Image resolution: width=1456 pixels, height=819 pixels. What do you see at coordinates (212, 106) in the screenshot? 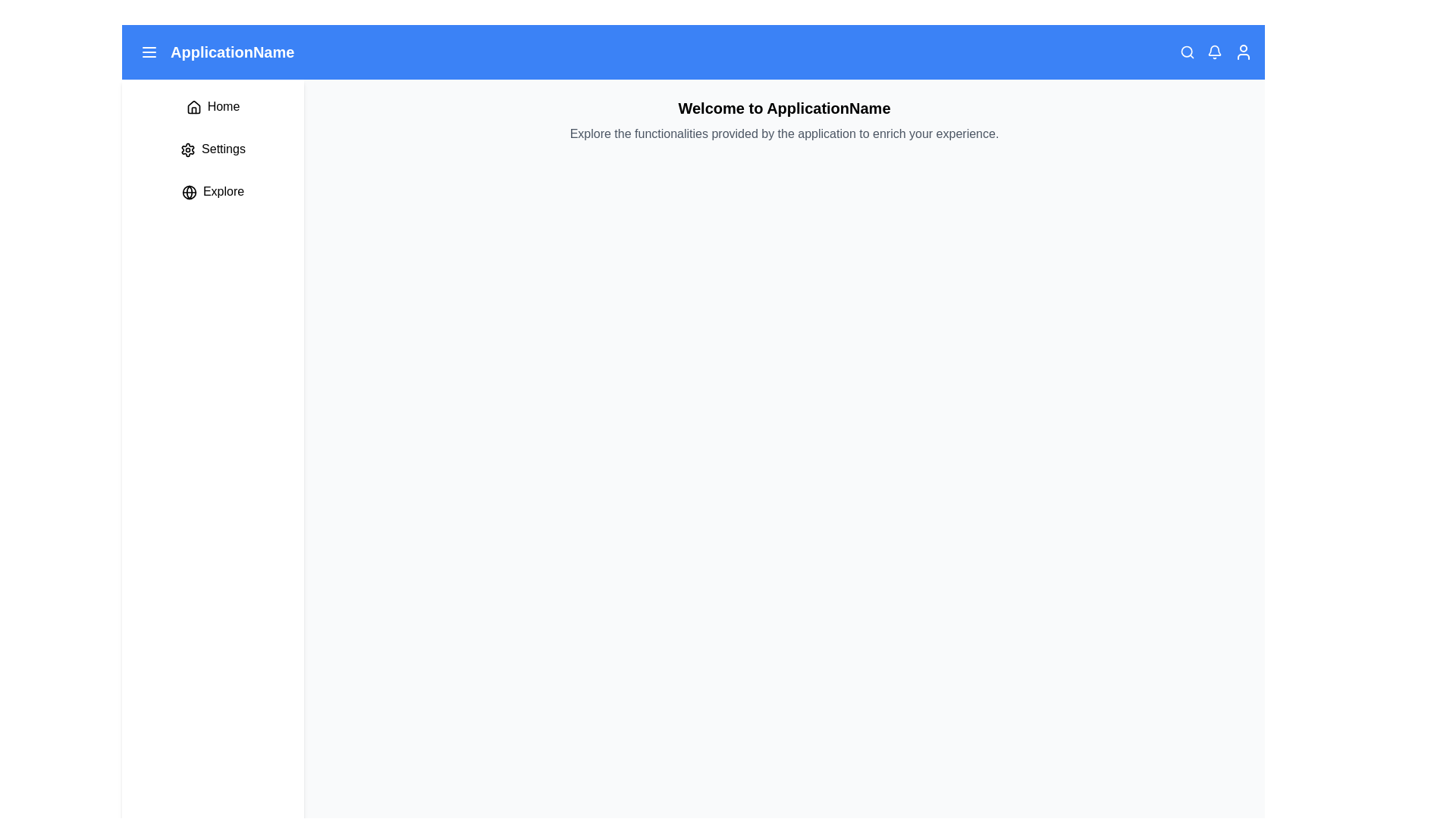
I see `the 'Home' menu item in the vertical navigation bar, which features a house-shaped icon and is styled with a hover effect` at bounding box center [212, 106].